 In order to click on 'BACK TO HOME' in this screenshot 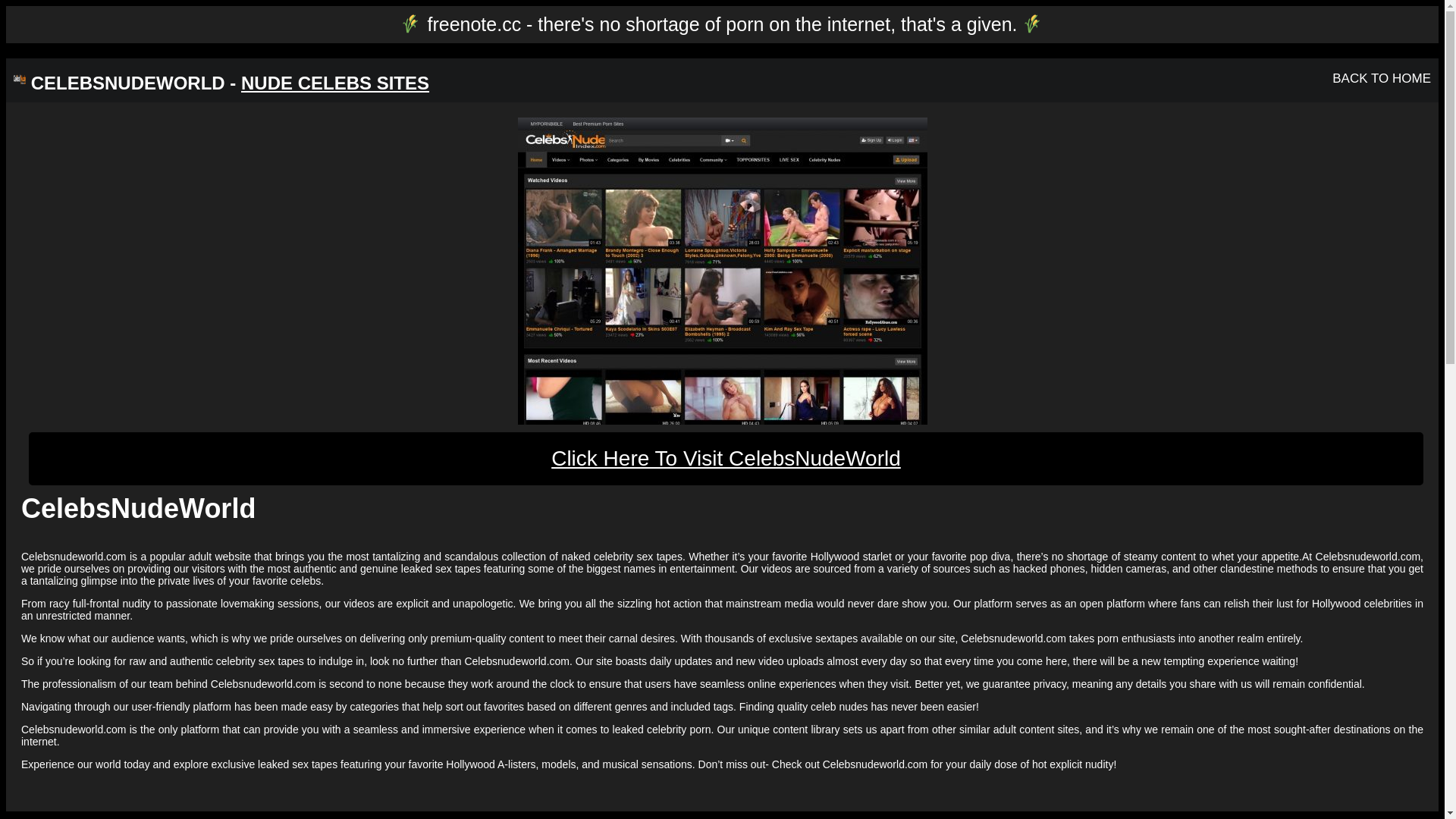, I will do `click(1382, 78)`.